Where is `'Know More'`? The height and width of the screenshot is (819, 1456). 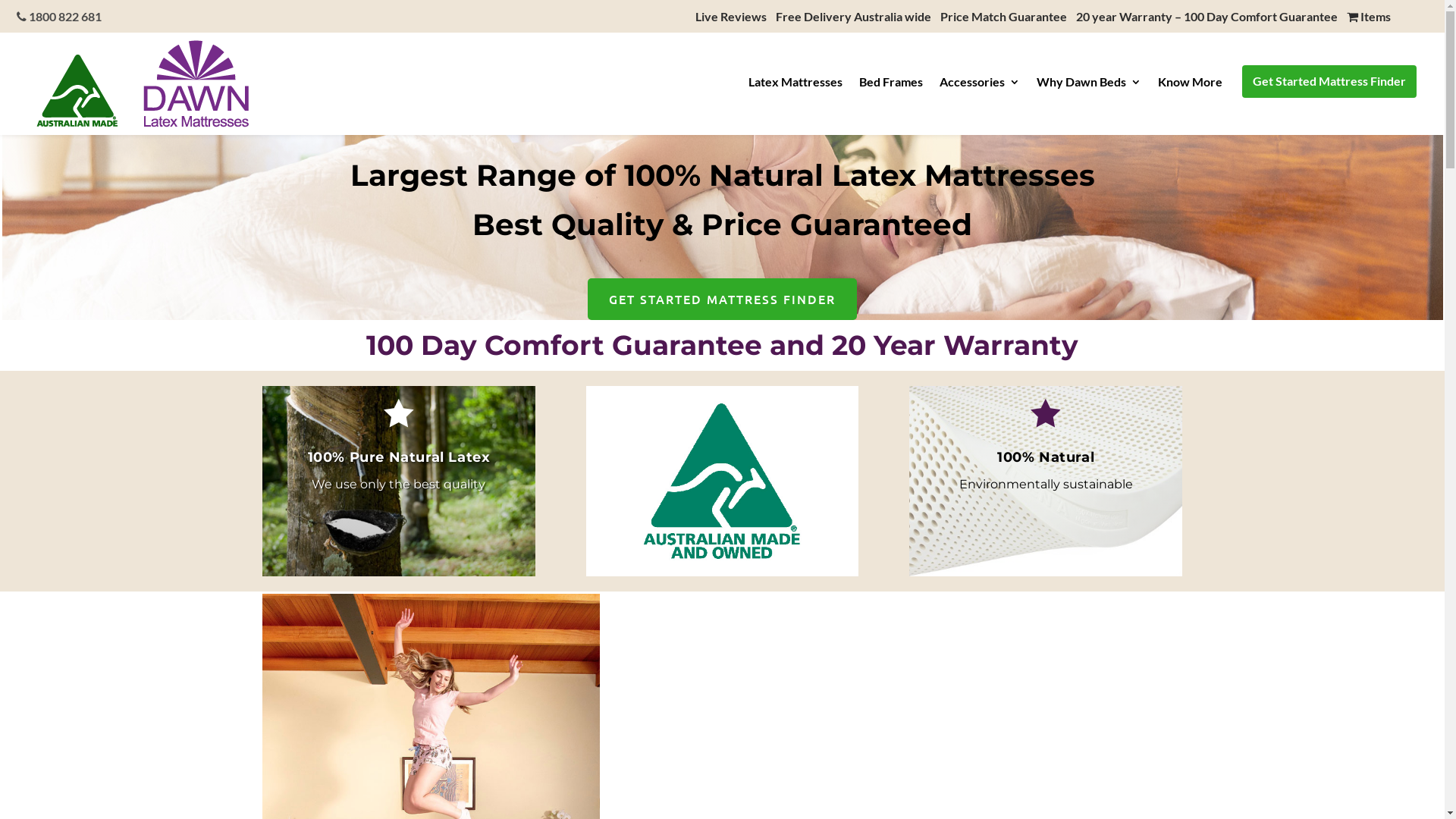 'Know More' is located at coordinates (1189, 86).